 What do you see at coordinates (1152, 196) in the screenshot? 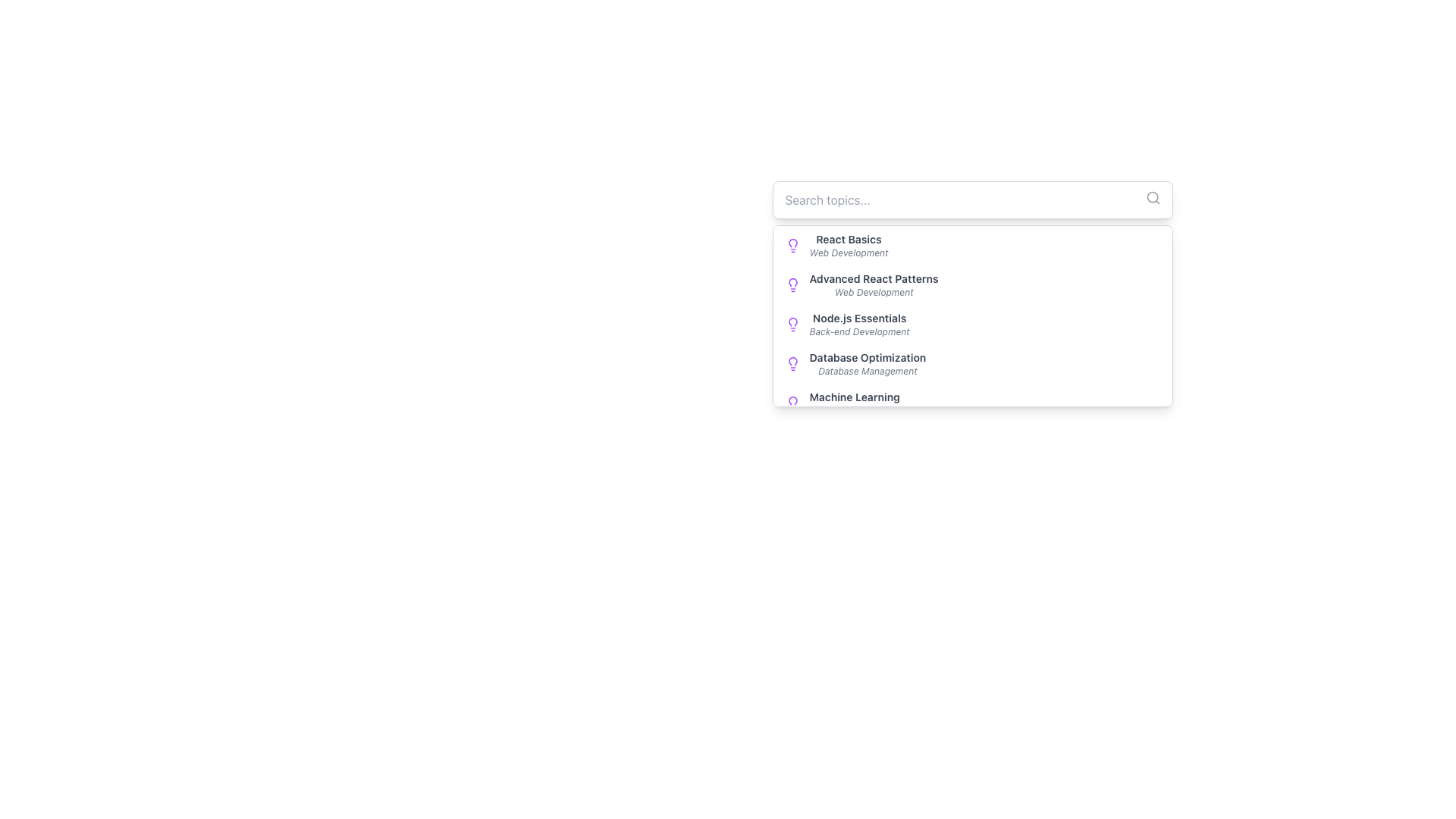
I see `the decorative circle that forms part of the magnifying glass search icon located near the top-right corner of the interface` at bounding box center [1152, 196].